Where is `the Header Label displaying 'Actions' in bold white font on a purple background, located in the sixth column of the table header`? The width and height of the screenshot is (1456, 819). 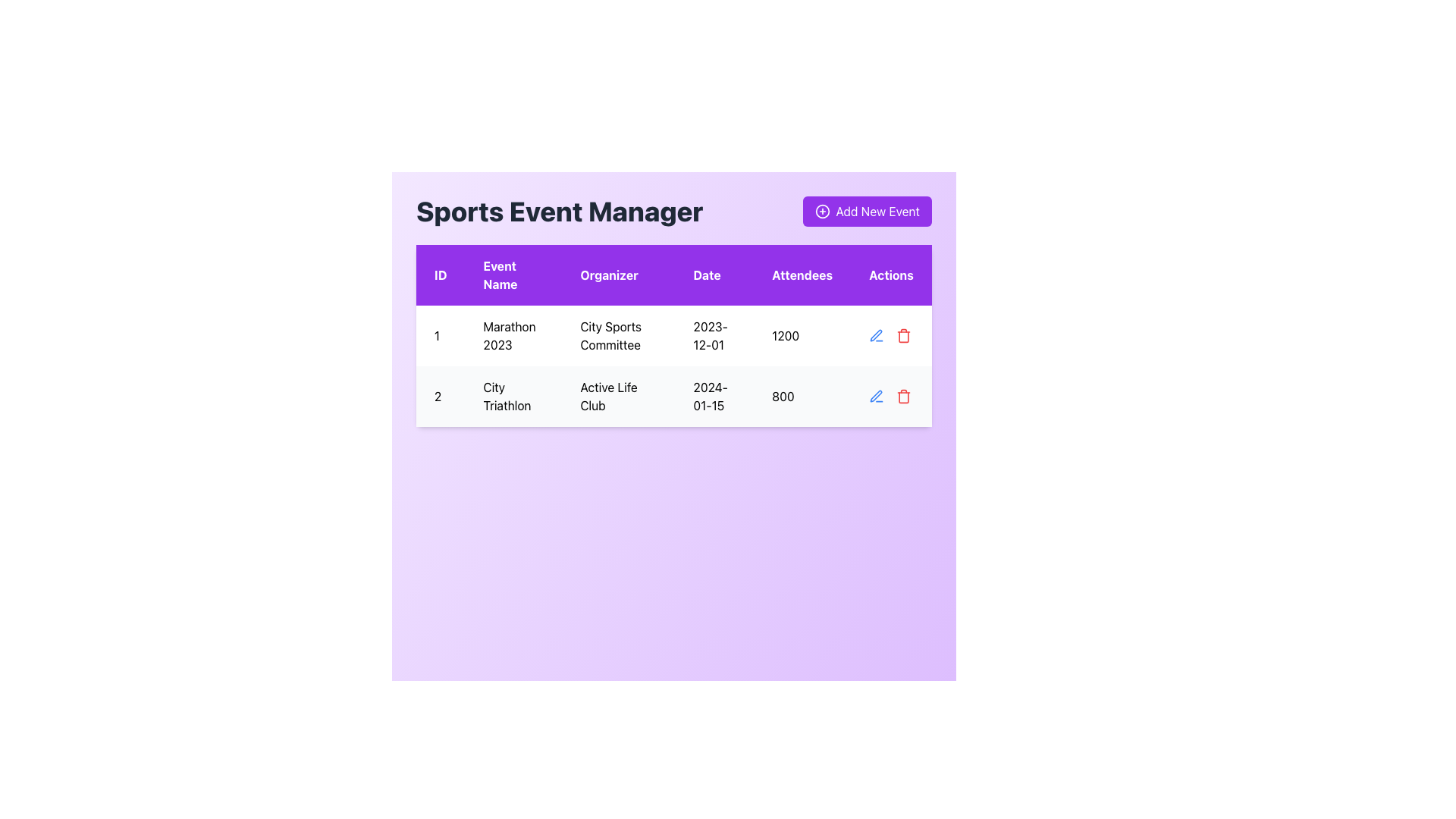
the Header Label displaying 'Actions' in bold white font on a purple background, located in the sixth column of the table header is located at coordinates (891, 275).